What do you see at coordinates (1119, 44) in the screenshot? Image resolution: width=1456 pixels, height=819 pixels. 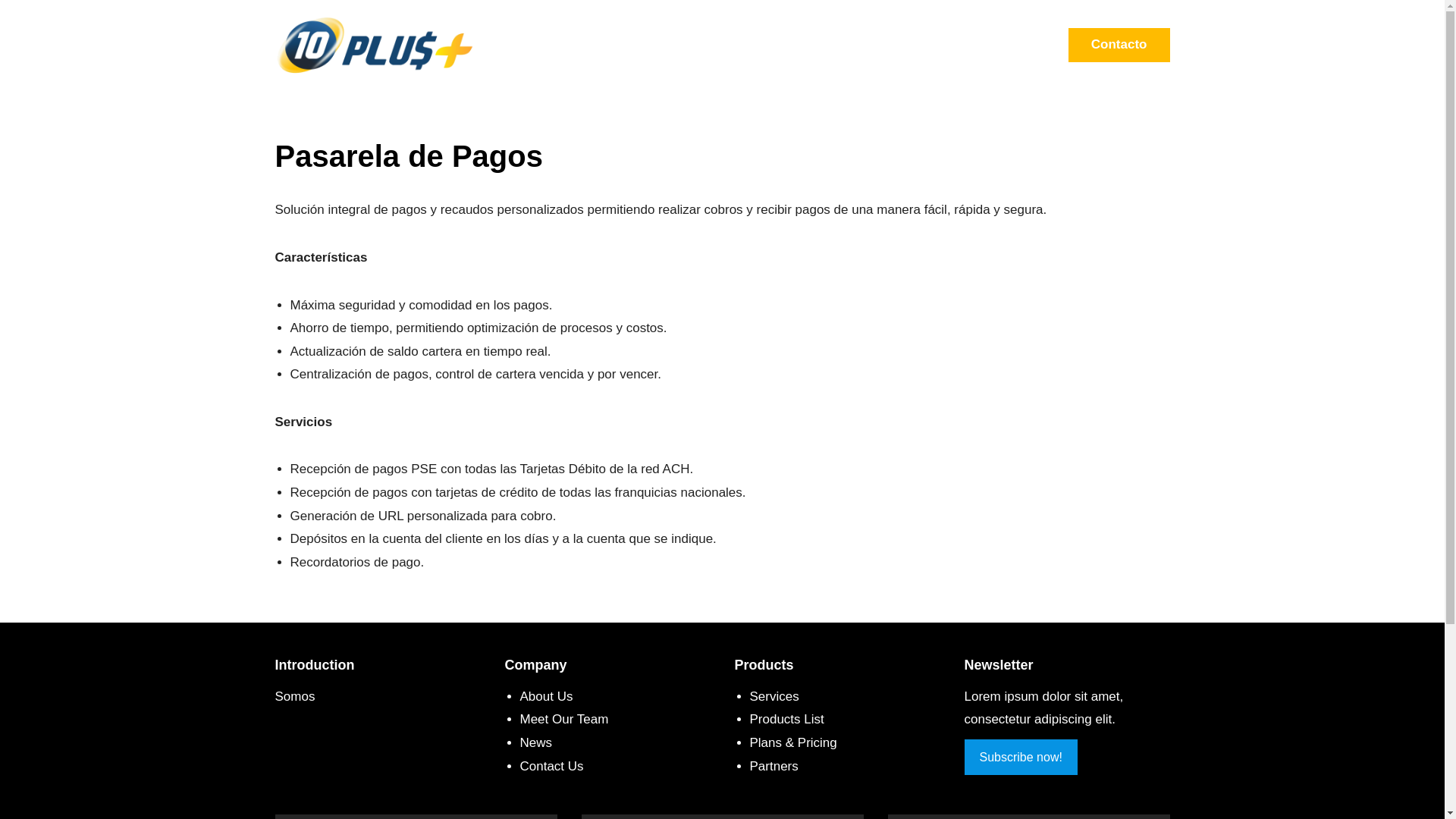 I see `'Contacto'` at bounding box center [1119, 44].